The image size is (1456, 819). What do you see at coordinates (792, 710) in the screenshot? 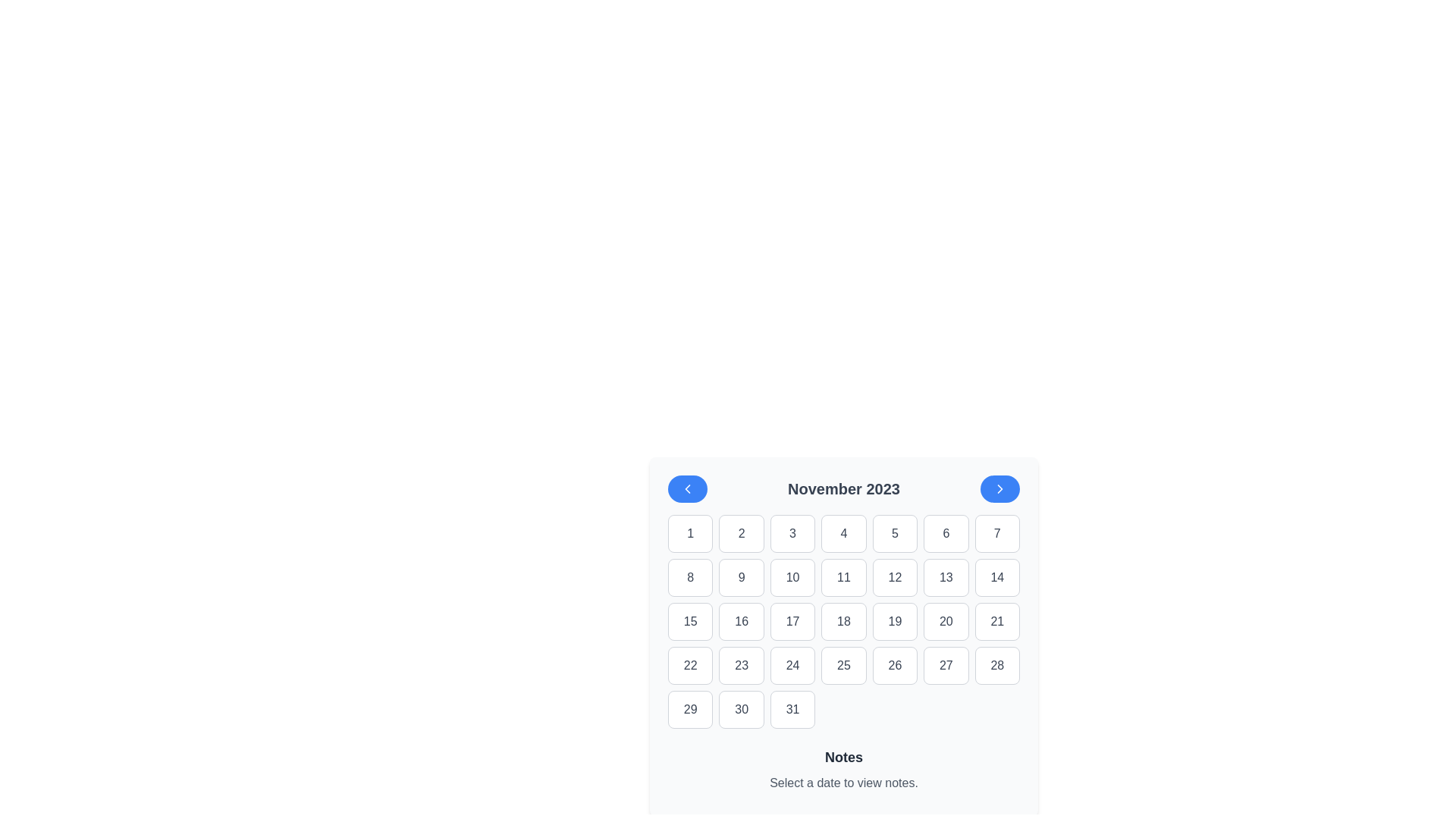
I see `the interactive calendar date selection button labeled '31' located in the bottom-right corner of the calendar` at bounding box center [792, 710].